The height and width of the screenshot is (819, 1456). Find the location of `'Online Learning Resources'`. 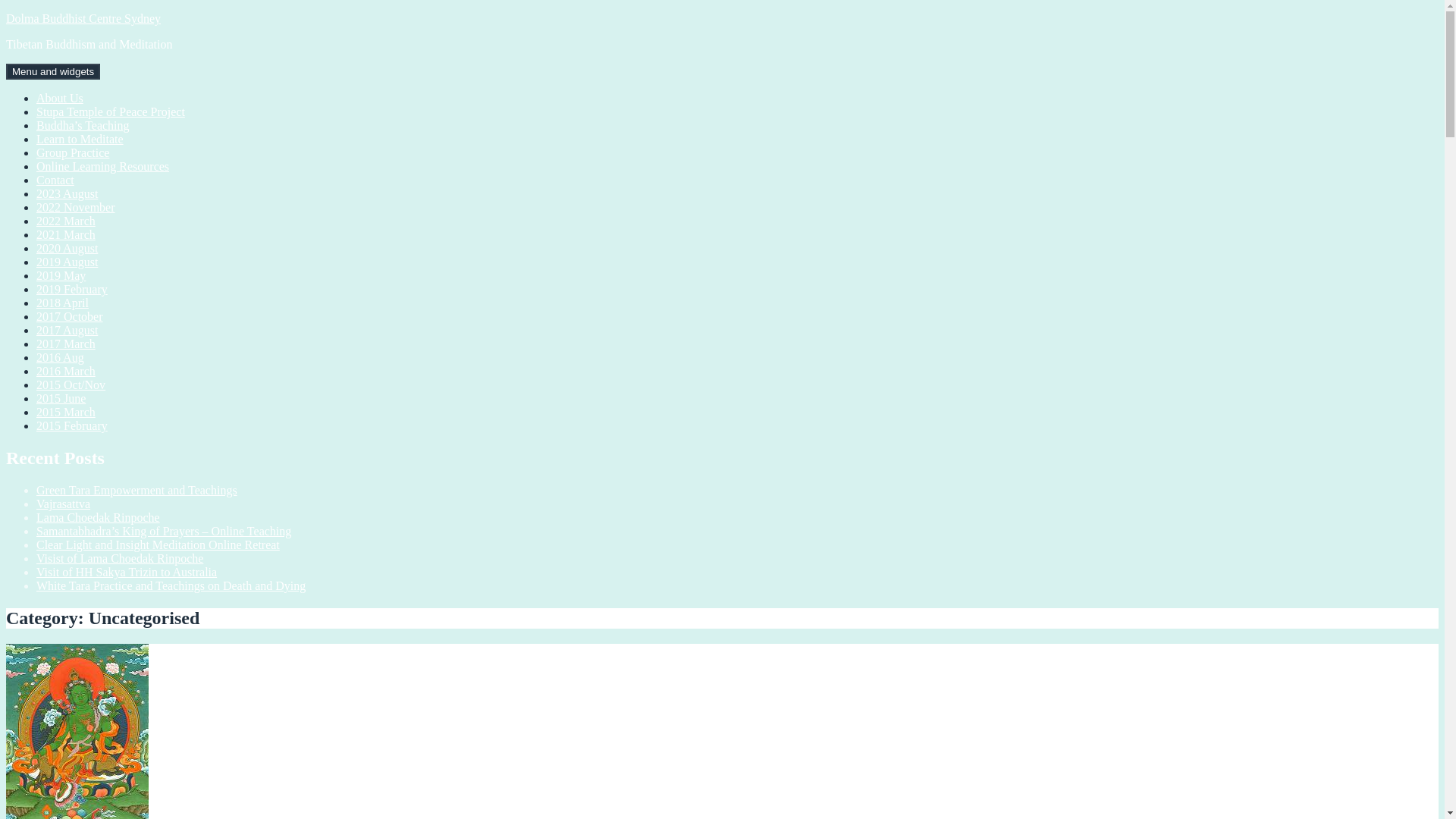

'Online Learning Resources' is located at coordinates (102, 166).